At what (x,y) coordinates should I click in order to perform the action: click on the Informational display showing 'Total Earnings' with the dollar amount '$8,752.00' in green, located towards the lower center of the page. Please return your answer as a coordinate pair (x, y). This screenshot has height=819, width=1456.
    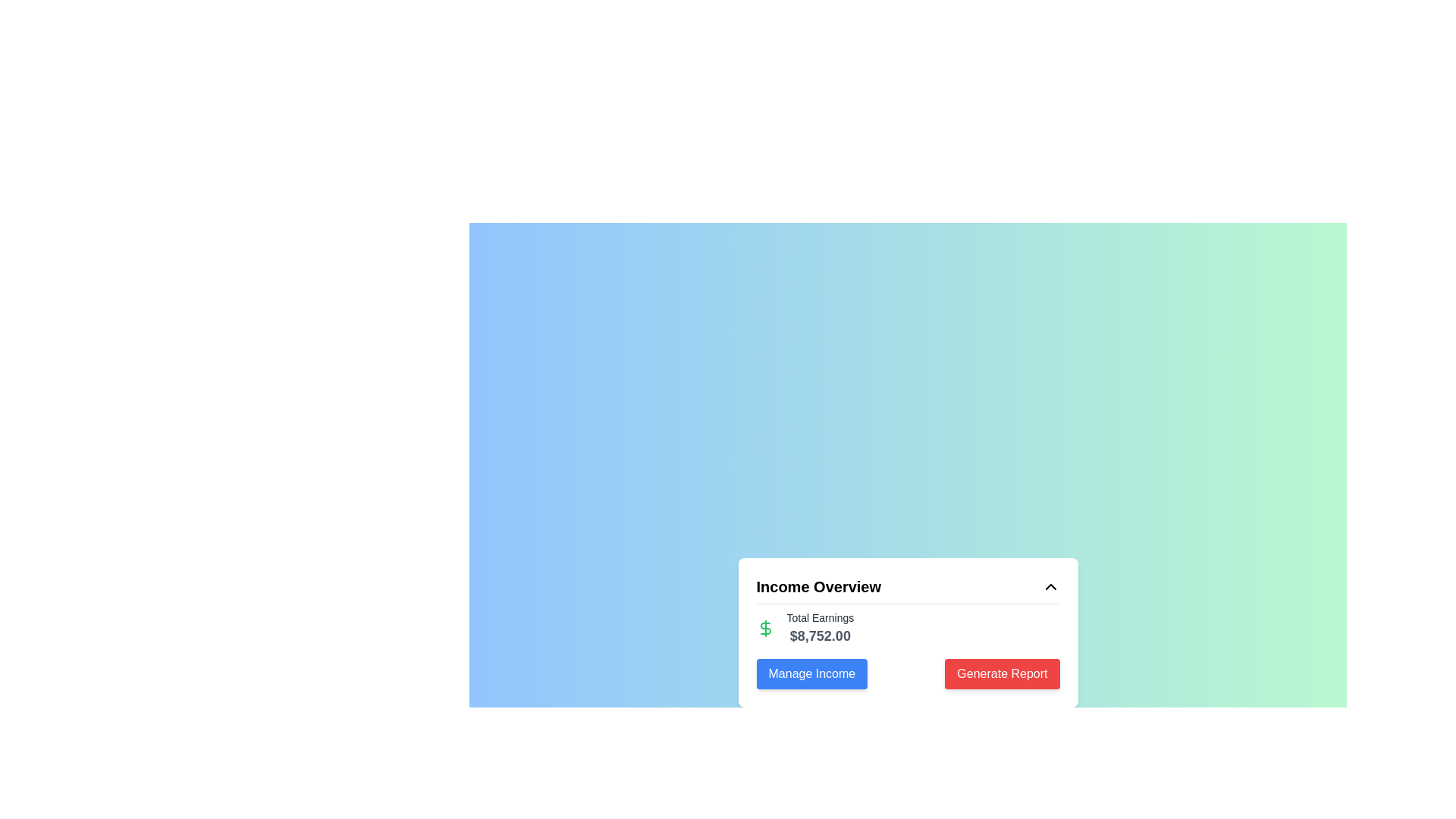
    Looking at the image, I should click on (908, 628).